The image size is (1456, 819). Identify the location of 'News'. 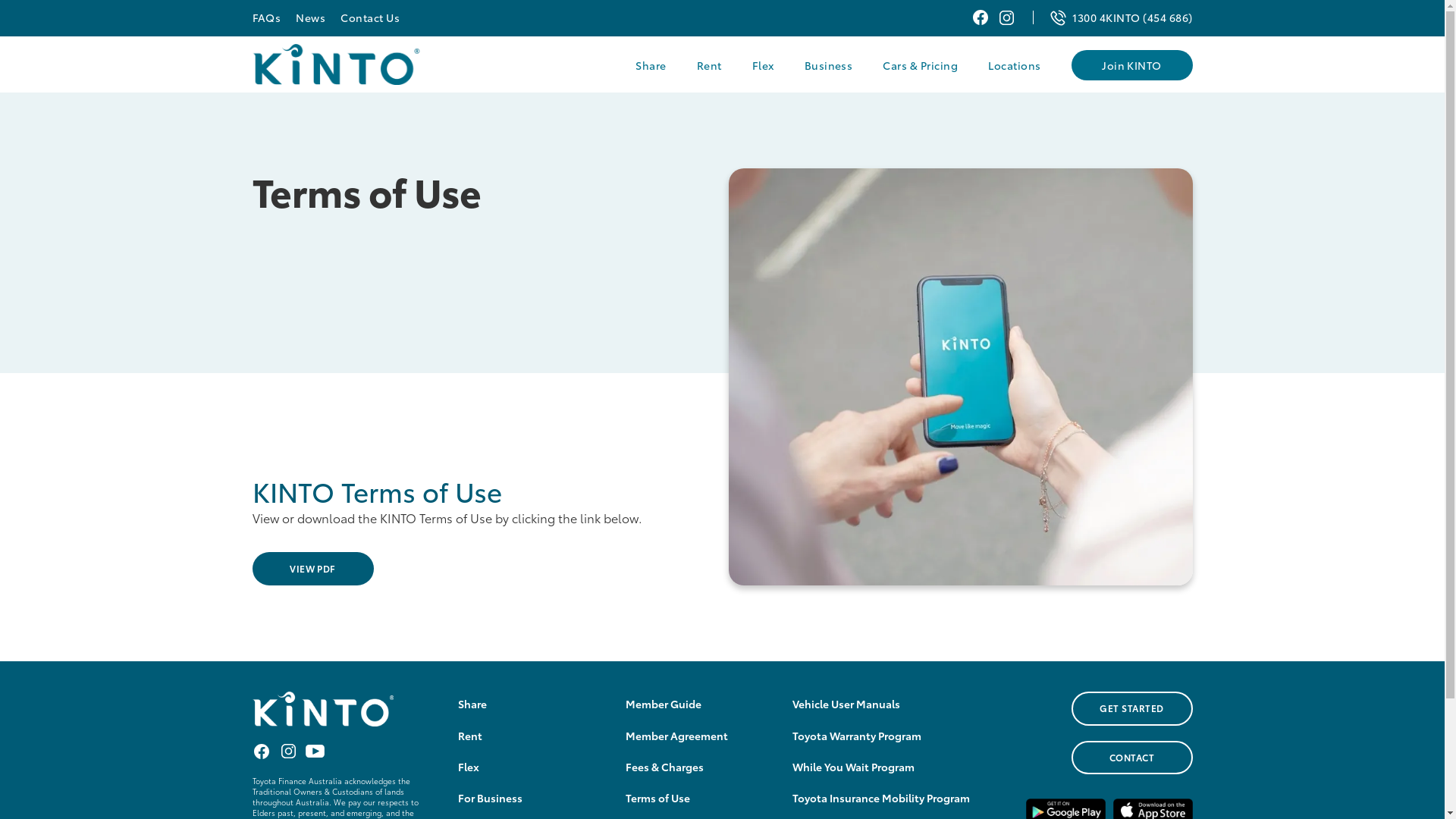
(309, 17).